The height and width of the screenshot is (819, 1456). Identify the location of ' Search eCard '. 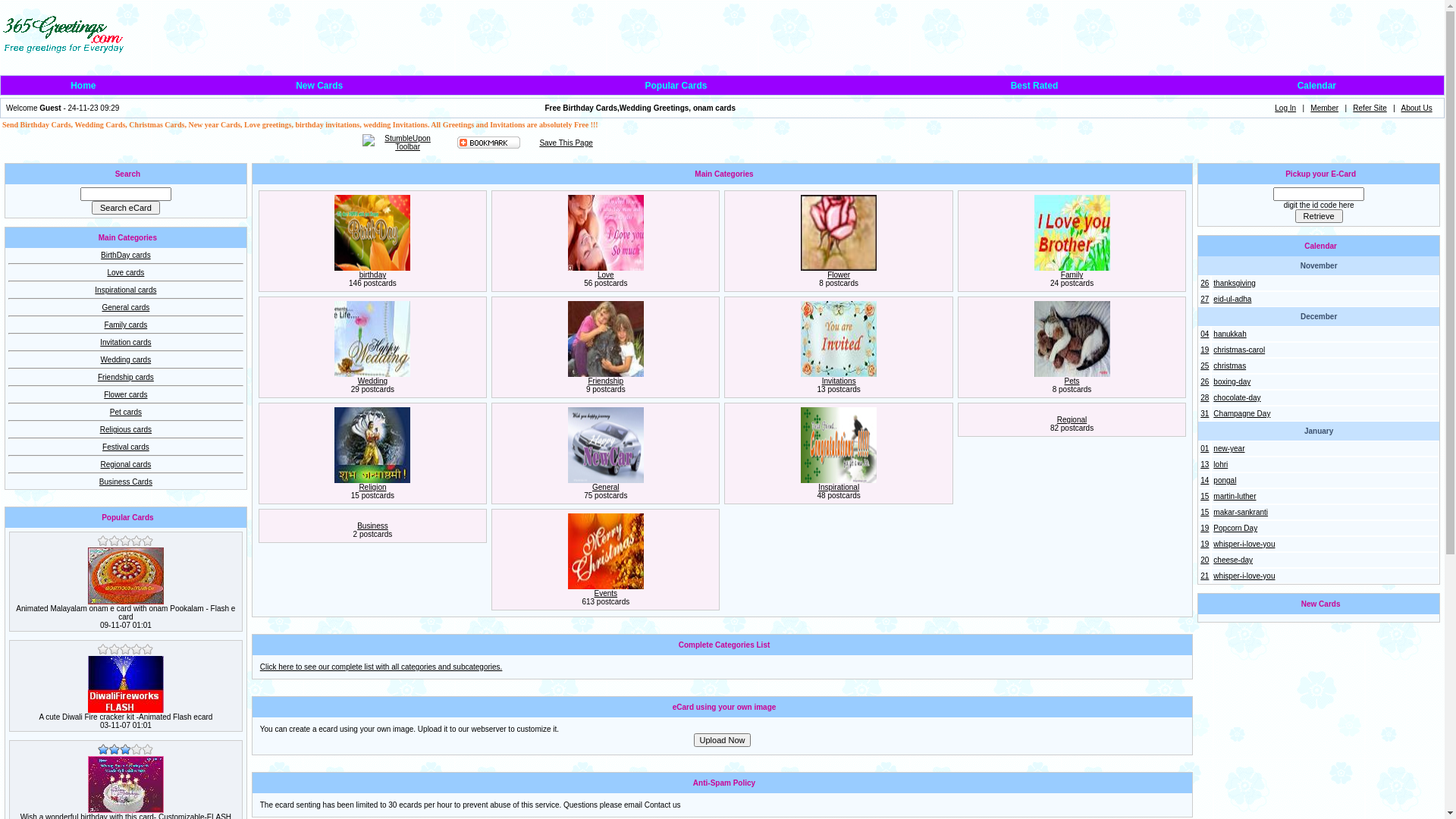
(126, 207).